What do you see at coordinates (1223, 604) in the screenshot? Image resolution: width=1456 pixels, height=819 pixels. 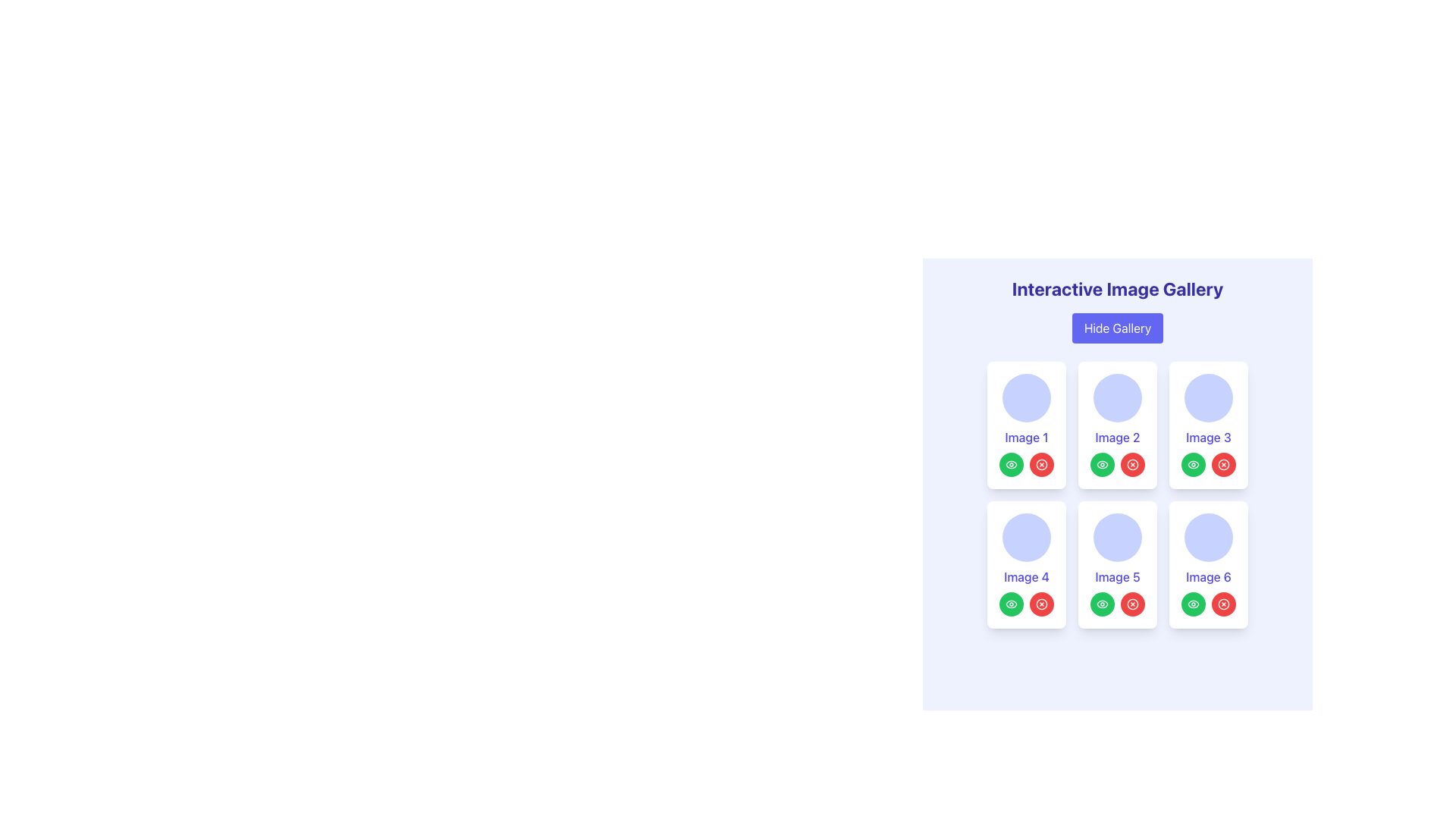 I see `the red circular icon with an 'X' symbol, which is the third button in the bottom-right corner of the feature panel associated with 'Image 6'` at bounding box center [1223, 604].